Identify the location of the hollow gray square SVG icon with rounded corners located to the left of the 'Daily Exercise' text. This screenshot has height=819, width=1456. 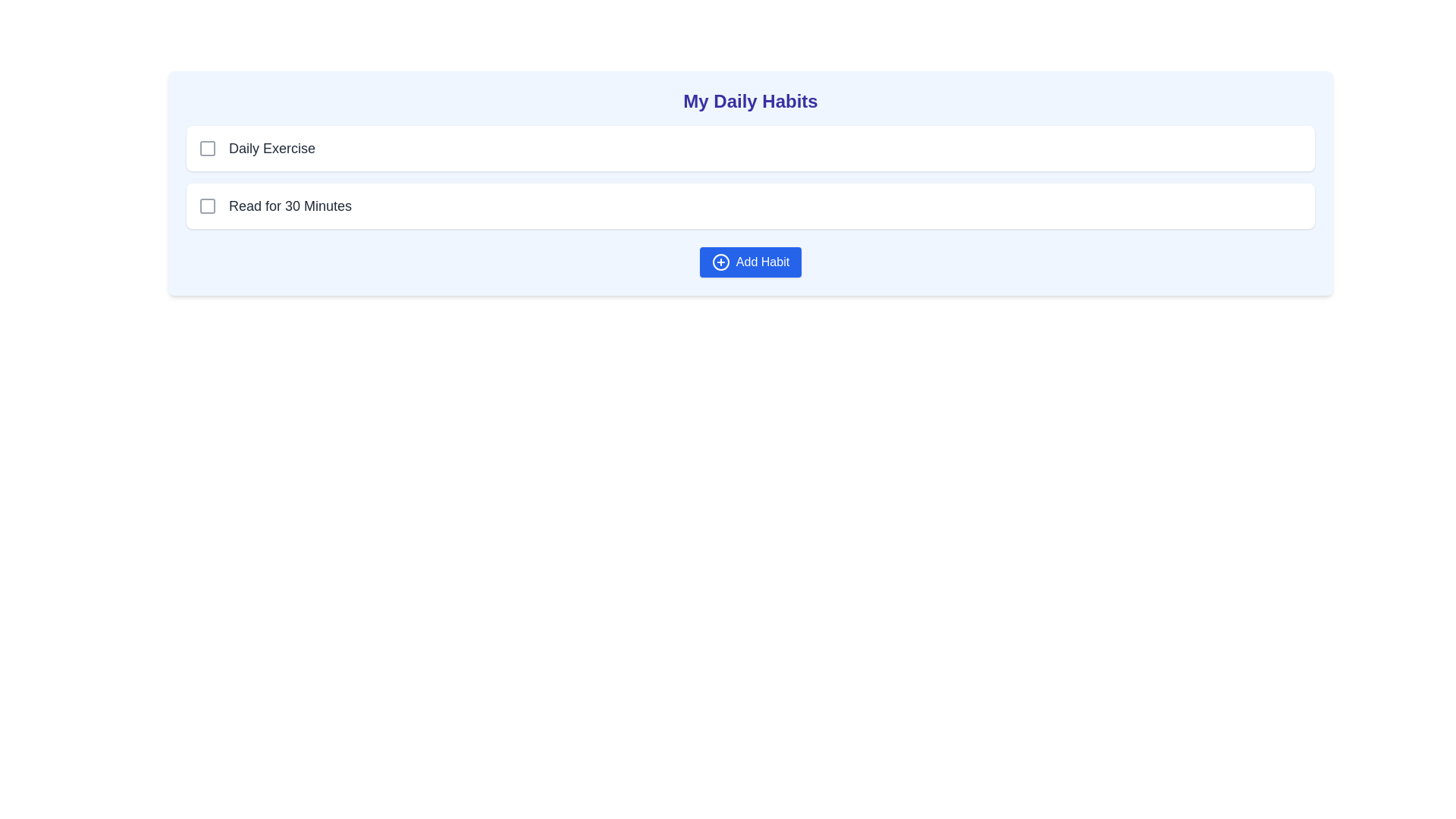
(206, 149).